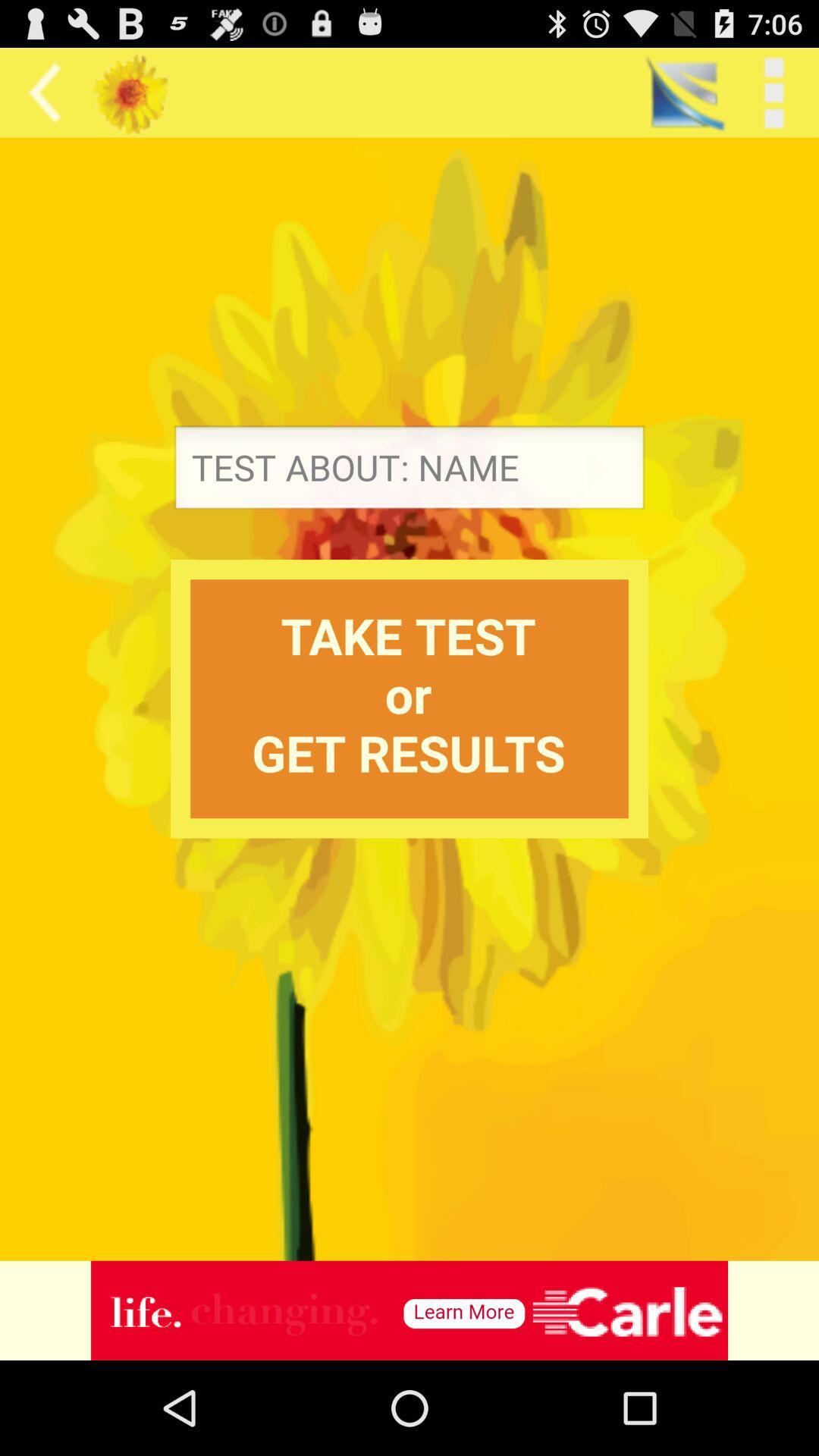 This screenshot has width=819, height=1456. Describe the element at coordinates (409, 471) in the screenshot. I see `name` at that location.